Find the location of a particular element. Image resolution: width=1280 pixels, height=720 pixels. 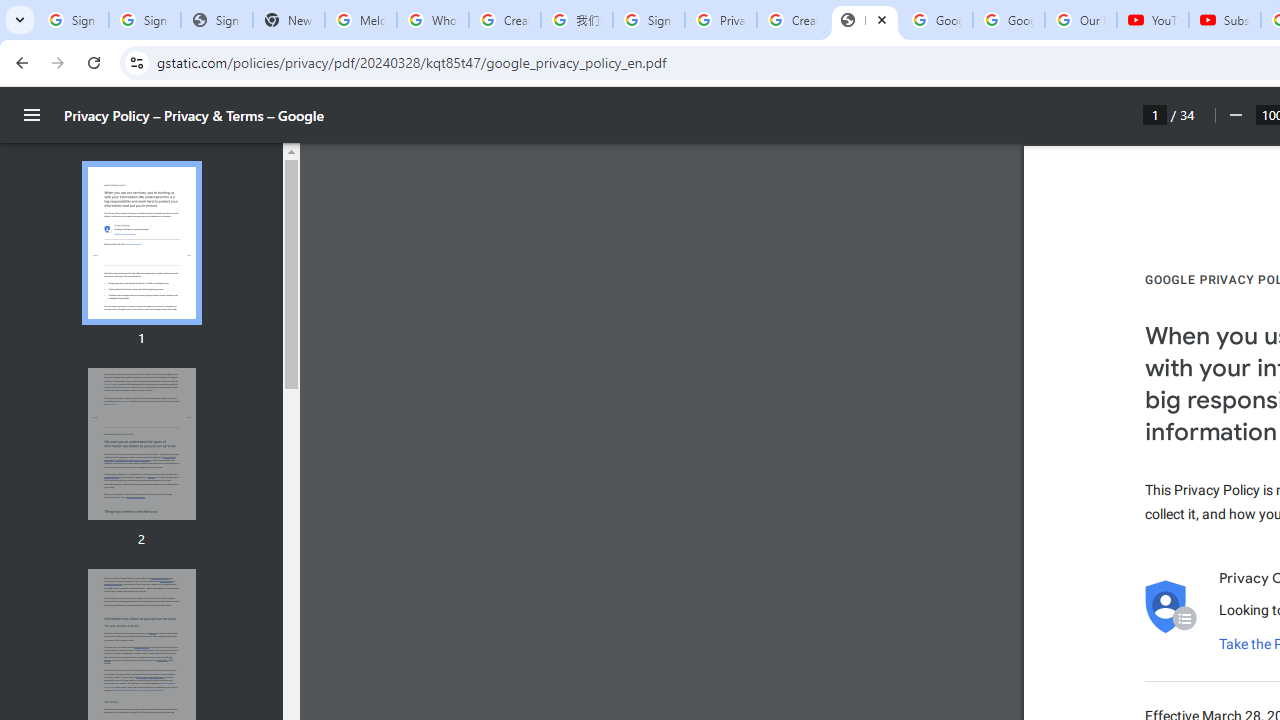

'Menu' is located at coordinates (32, 115).